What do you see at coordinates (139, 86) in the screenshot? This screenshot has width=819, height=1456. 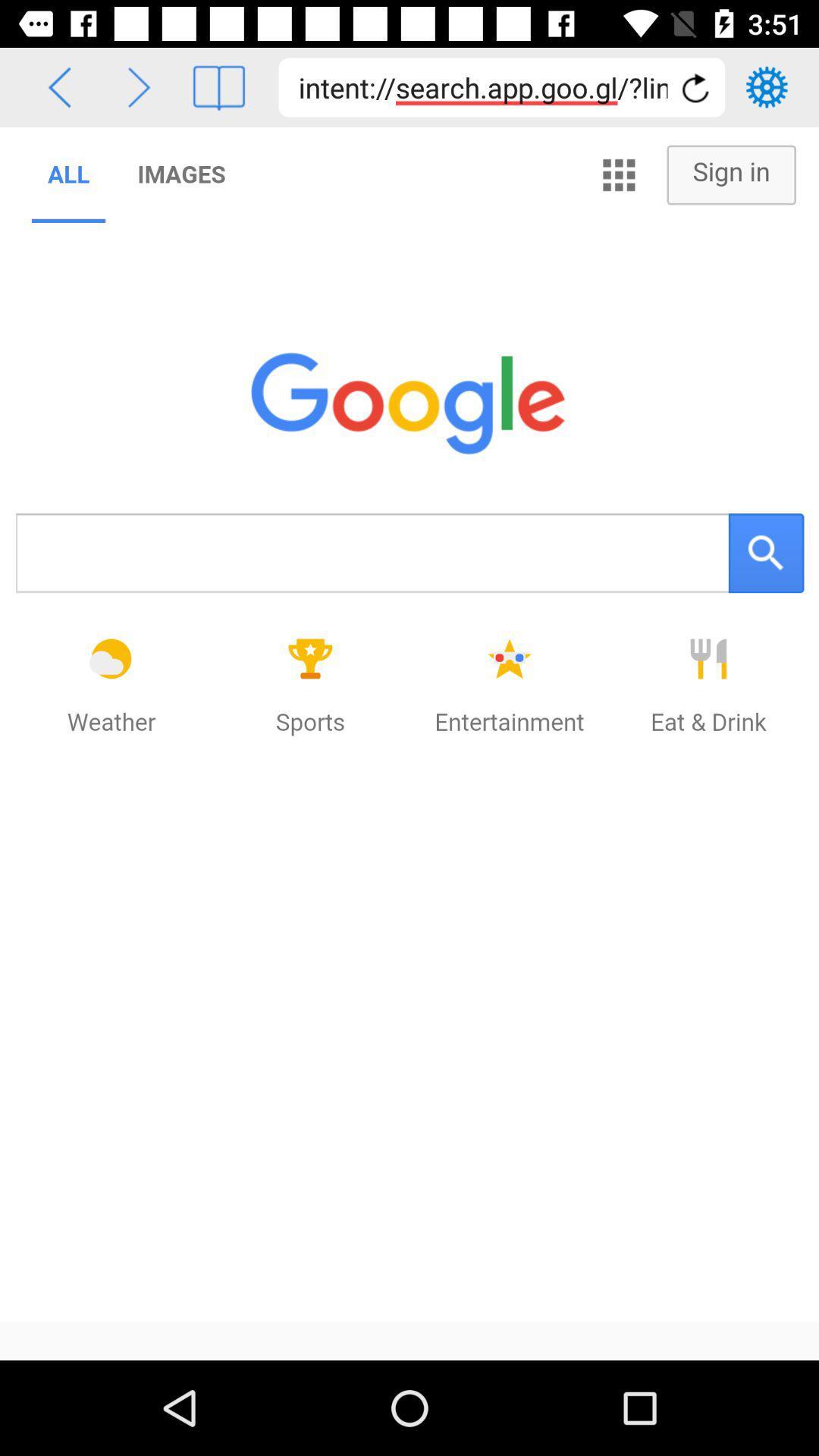 I see `previous` at bounding box center [139, 86].